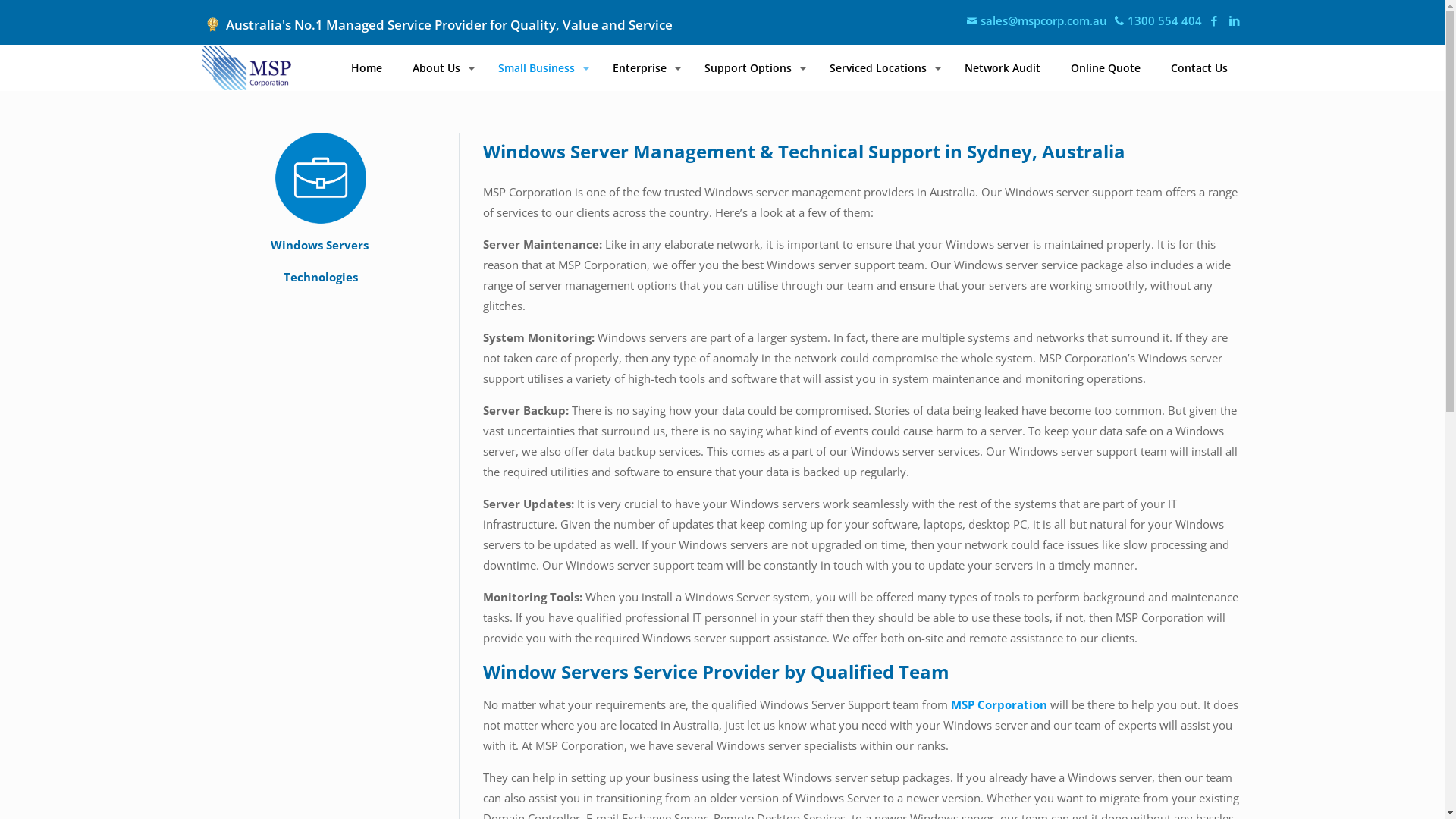  I want to click on 'Facebook', so click(1213, 20).